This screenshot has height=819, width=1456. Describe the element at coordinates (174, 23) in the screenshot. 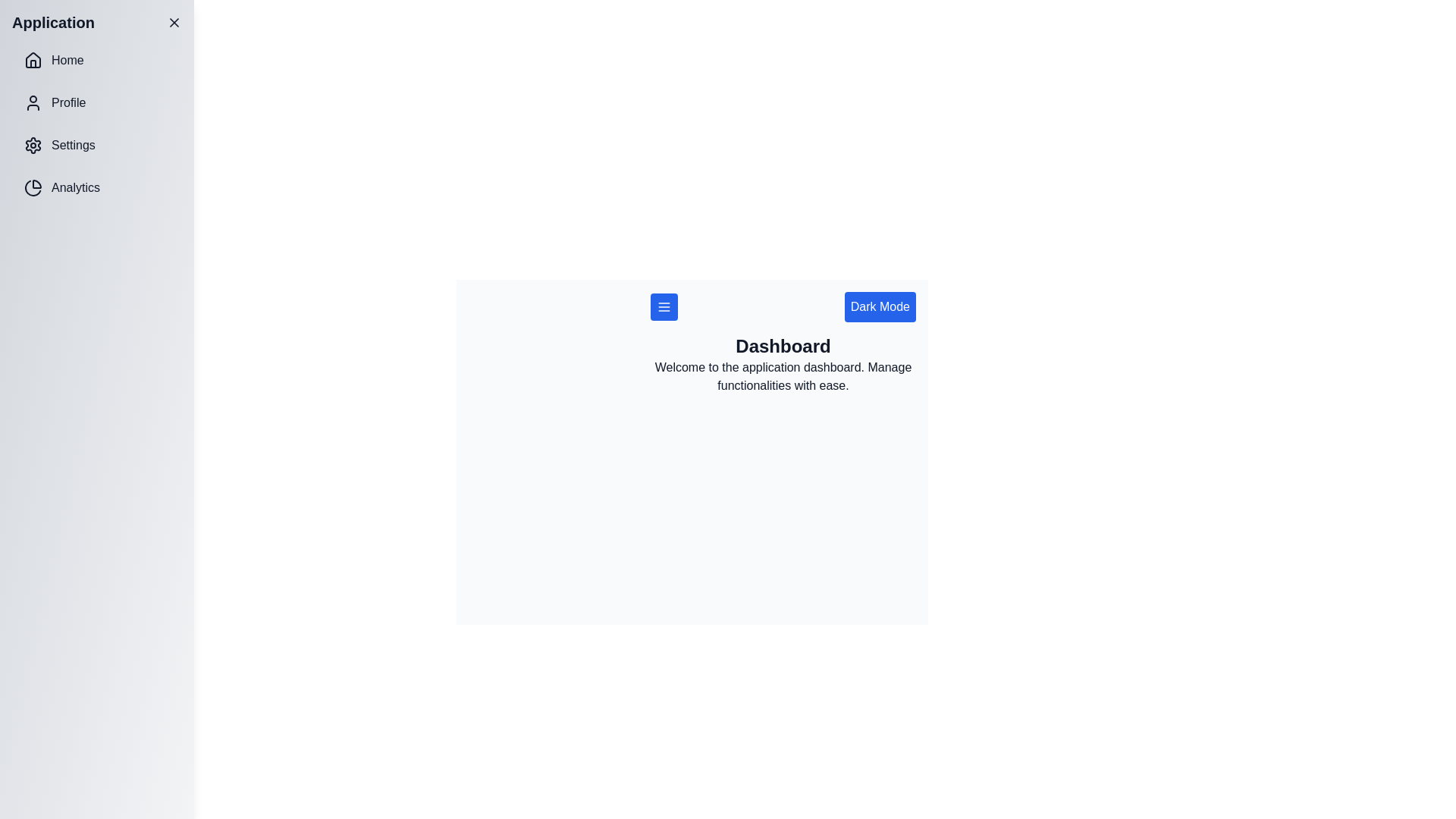

I see `the decorative line segment of the close icon located in the top portion of the sidebar panel, to the right of the word 'Application'` at that location.